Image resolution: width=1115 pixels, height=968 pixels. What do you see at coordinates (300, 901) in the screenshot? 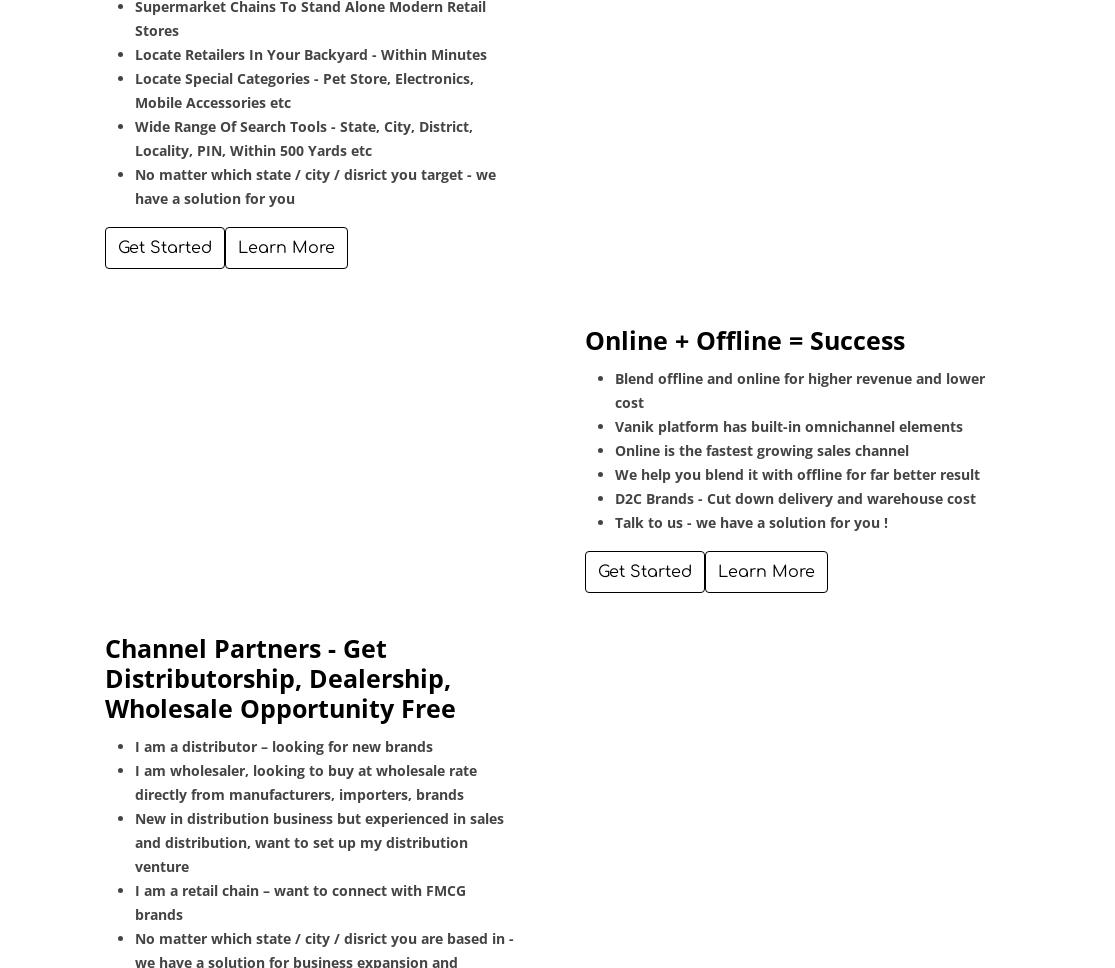
I see `'I am a retail chain – want to connect with FMCG brands'` at bounding box center [300, 901].